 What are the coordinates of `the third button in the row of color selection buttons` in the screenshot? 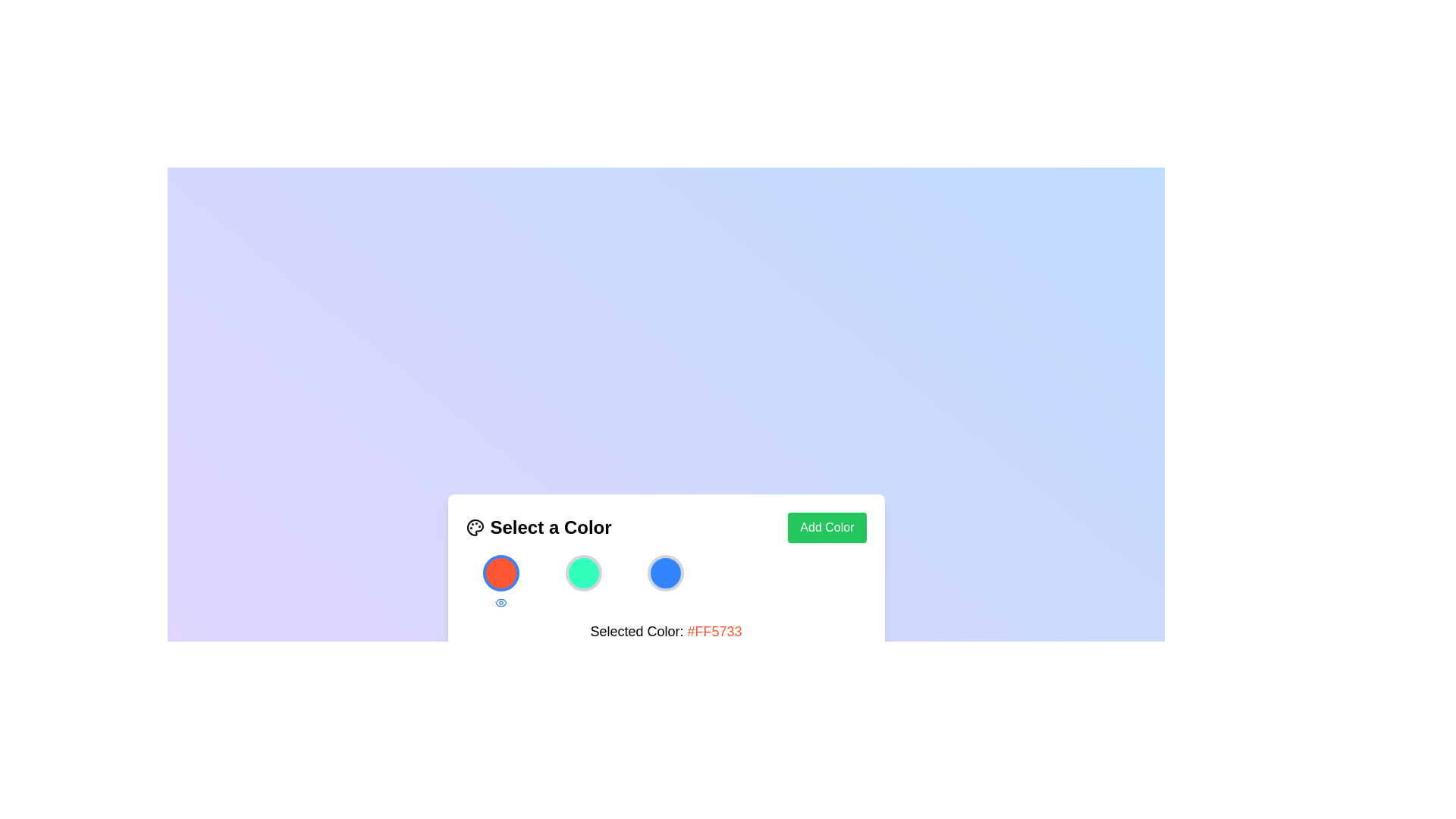 It's located at (666, 573).